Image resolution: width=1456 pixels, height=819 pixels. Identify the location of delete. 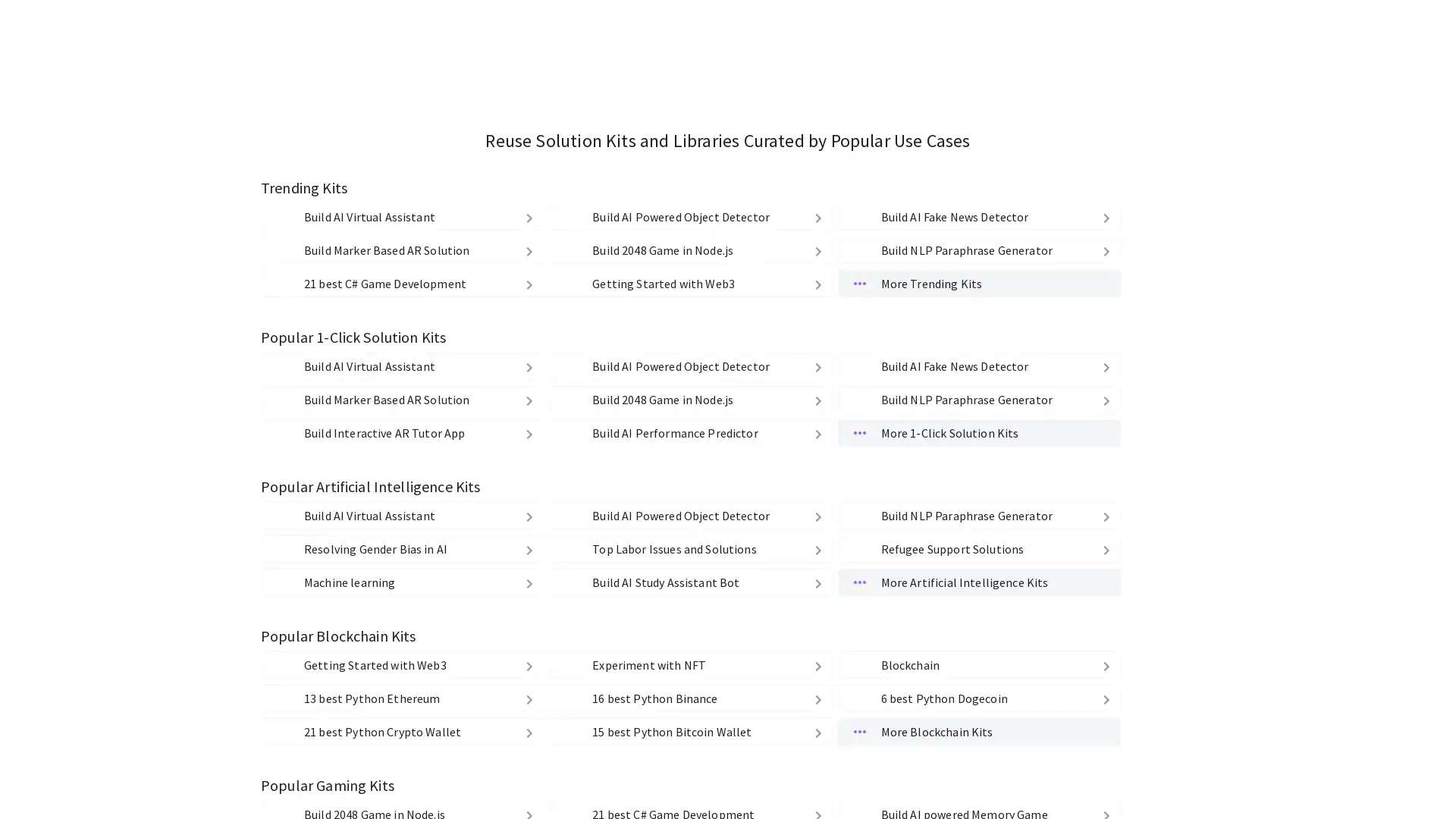
(529, 632).